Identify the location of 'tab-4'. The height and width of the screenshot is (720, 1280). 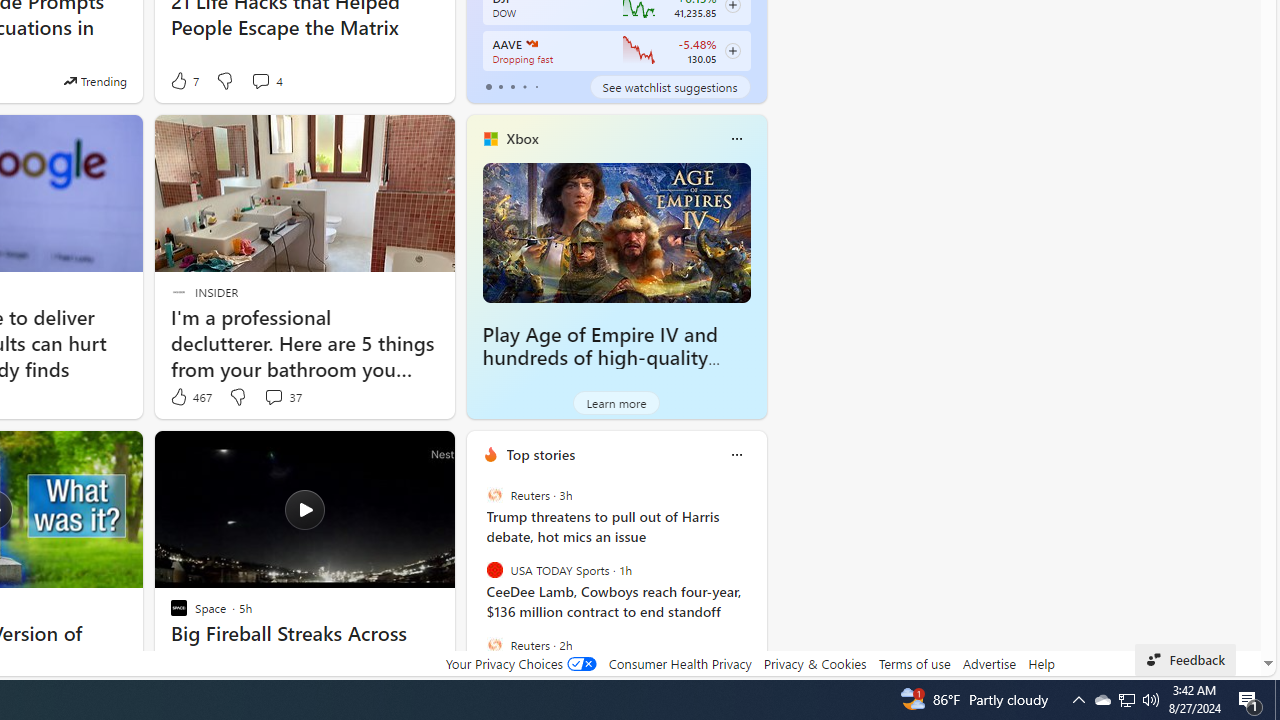
(536, 86).